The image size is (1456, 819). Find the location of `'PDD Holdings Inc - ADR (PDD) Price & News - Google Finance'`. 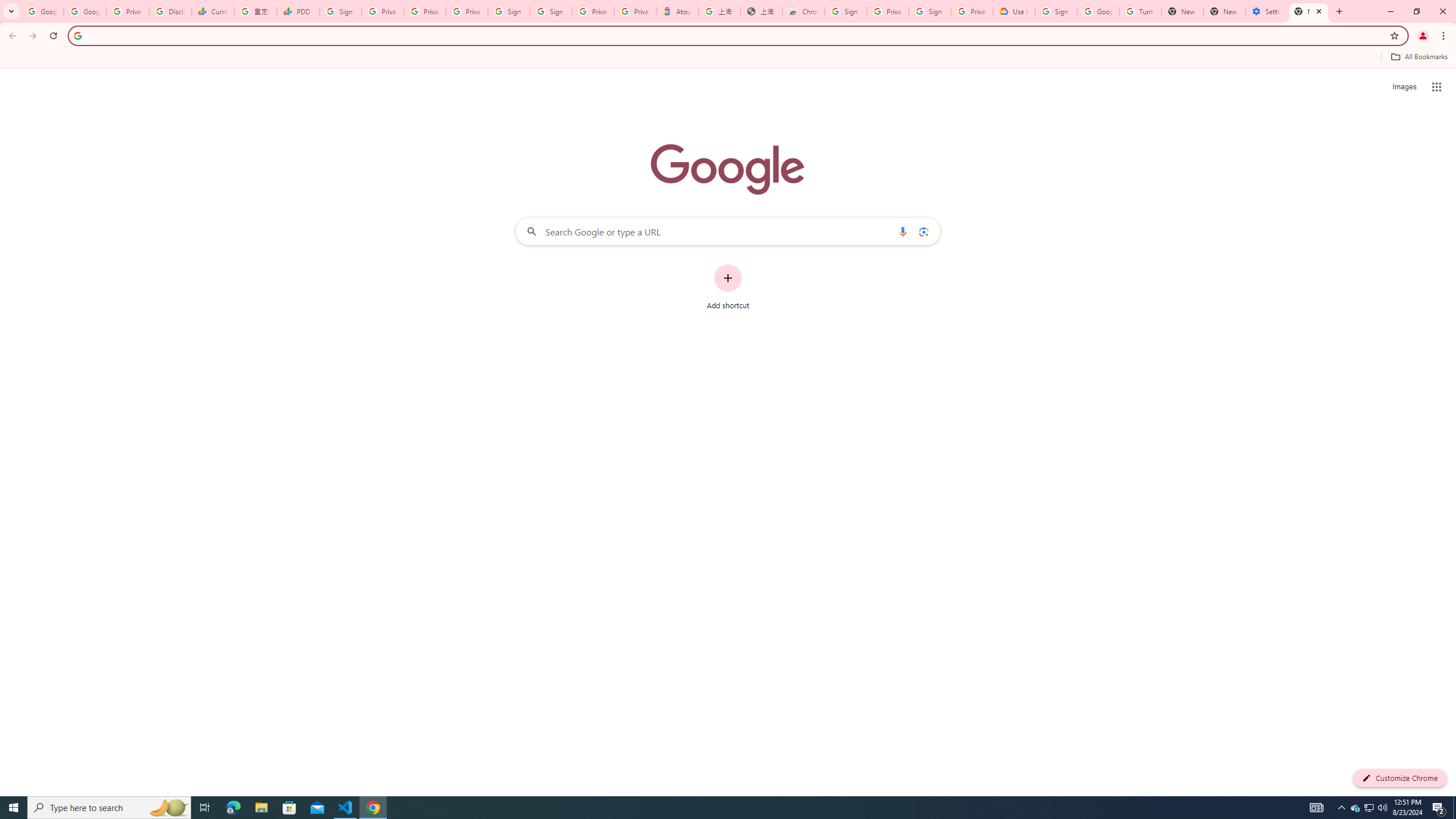

'PDD Holdings Inc - ADR (PDD) Price & News - Google Finance' is located at coordinates (297, 11).